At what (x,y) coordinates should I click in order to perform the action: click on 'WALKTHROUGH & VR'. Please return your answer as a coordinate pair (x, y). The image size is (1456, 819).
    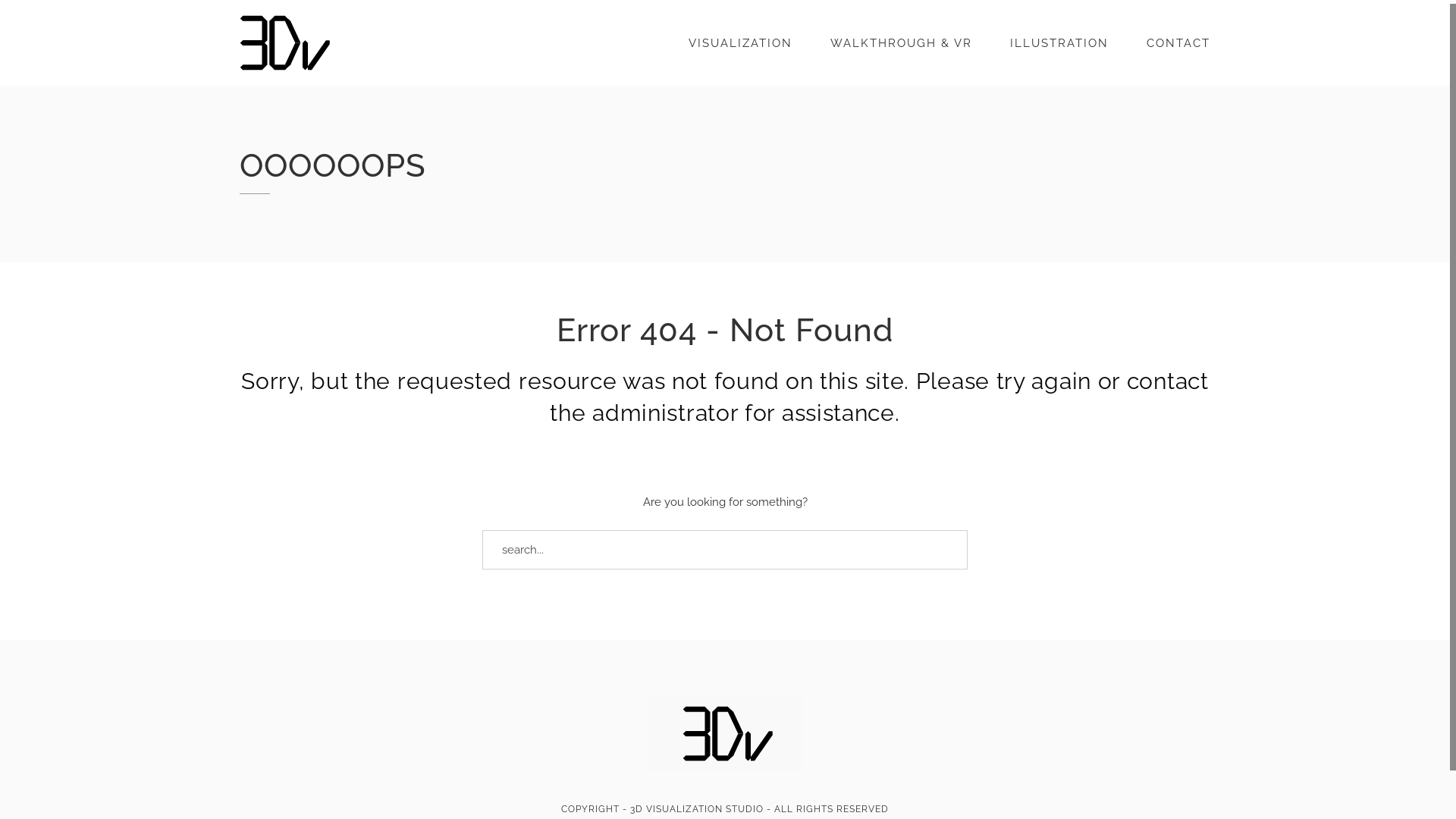
    Looking at the image, I should click on (901, 42).